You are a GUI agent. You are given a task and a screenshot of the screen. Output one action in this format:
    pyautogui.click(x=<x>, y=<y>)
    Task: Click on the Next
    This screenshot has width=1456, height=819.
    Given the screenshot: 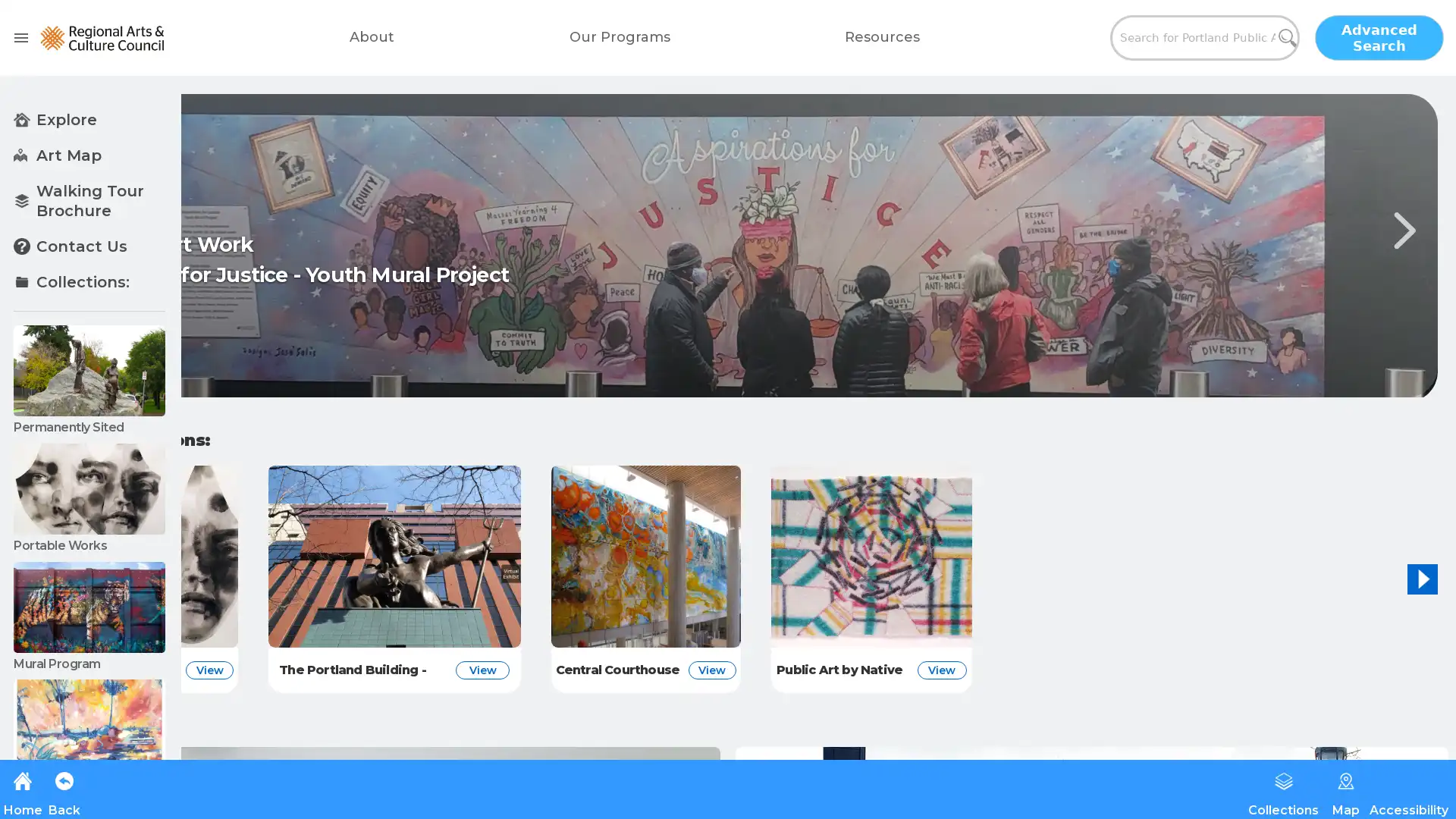 What is the action you would take?
    pyautogui.click(x=1404, y=231)
    